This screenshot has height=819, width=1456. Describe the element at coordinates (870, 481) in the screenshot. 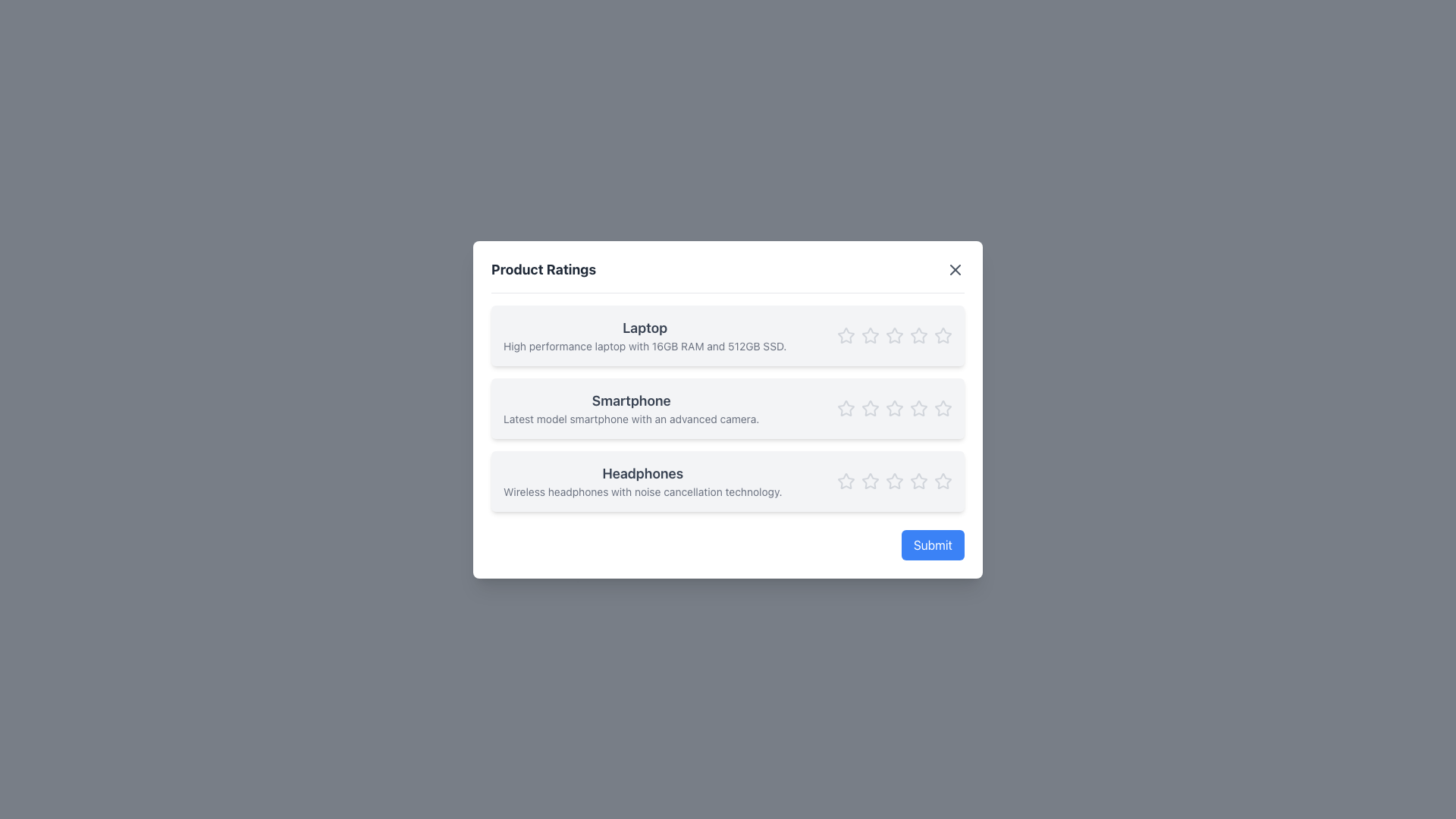

I see `the third star icon from the left in the 'Headphones' rating row, which is a graphical star icon with a gray outline and a hollow center` at that location.